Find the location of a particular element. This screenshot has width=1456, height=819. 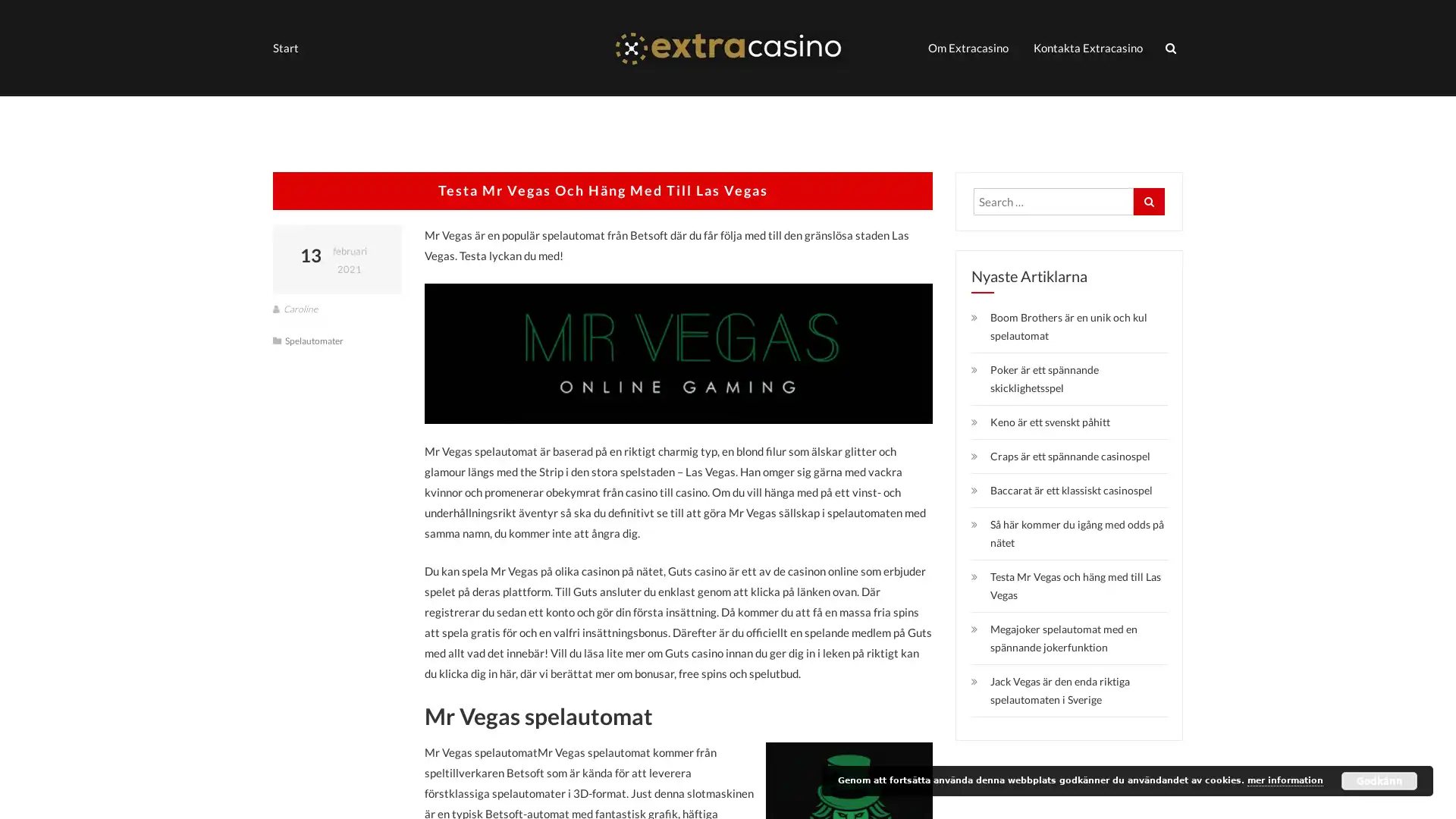

Godkann is located at coordinates (1379, 780).